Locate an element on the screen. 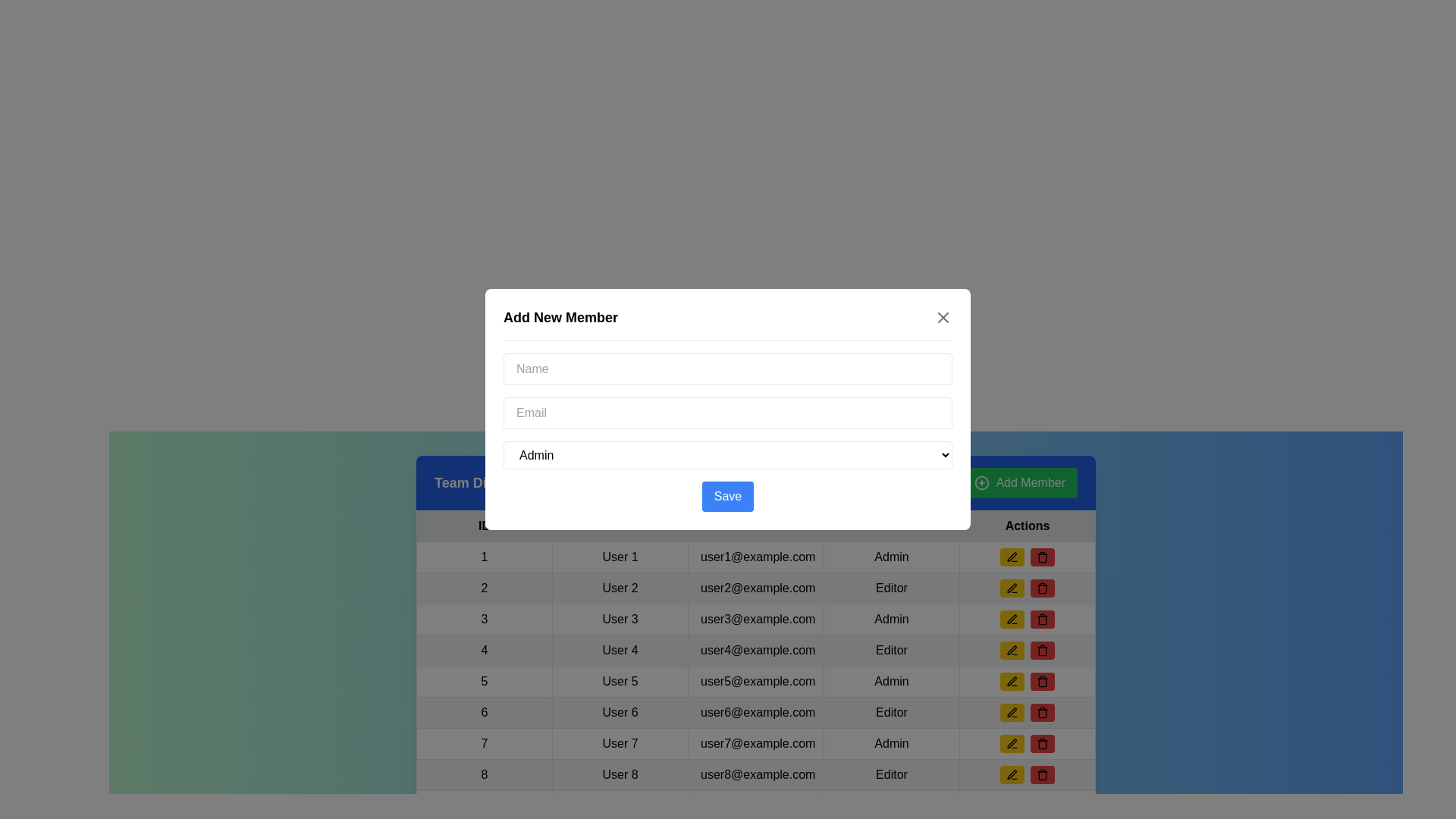 This screenshot has width=1456, height=819. the delete button located in the 'Actions' column of the table row is located at coordinates (1041, 587).